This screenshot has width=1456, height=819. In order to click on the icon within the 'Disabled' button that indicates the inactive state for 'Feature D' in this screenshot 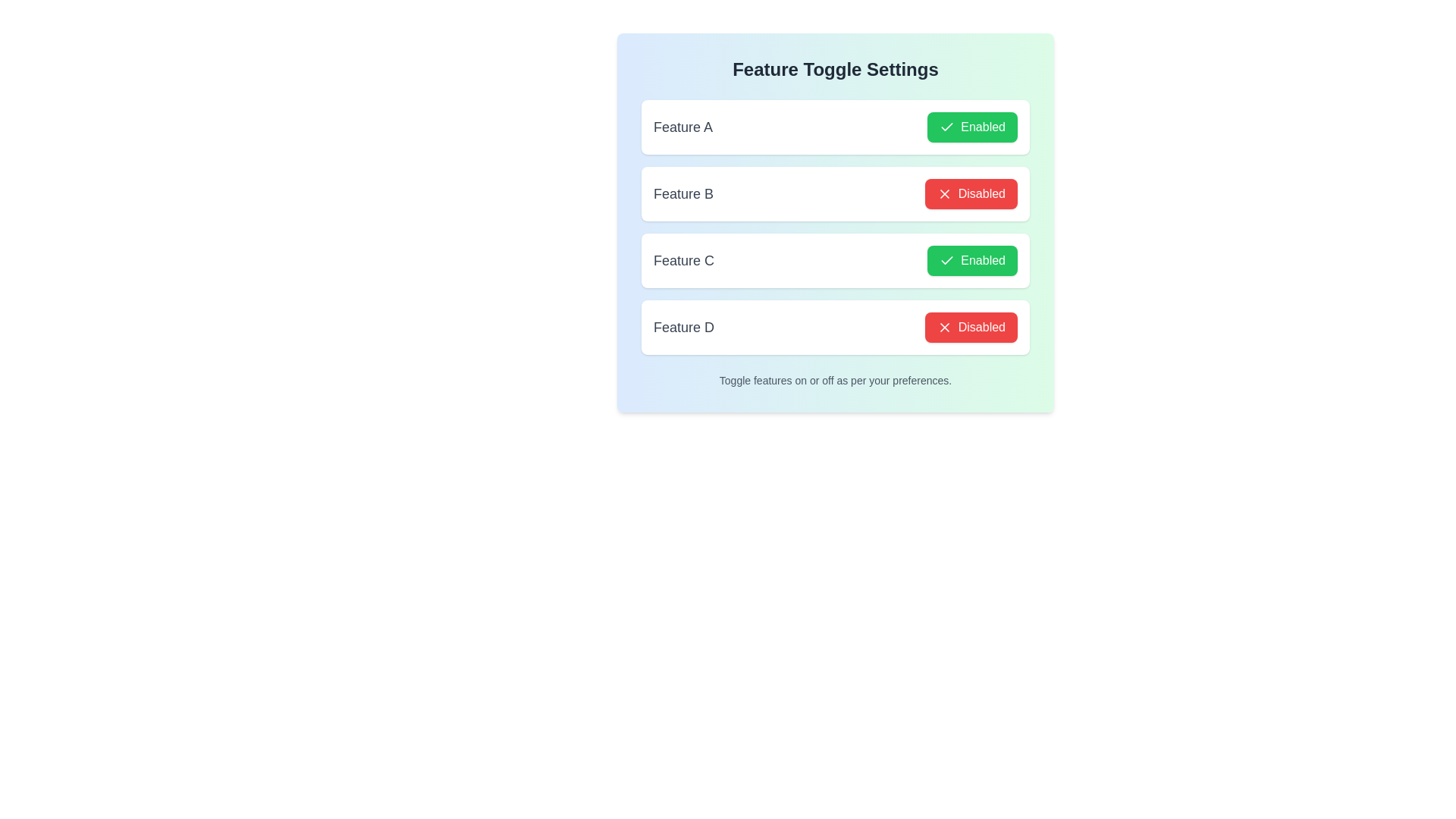, I will do `click(943, 327)`.